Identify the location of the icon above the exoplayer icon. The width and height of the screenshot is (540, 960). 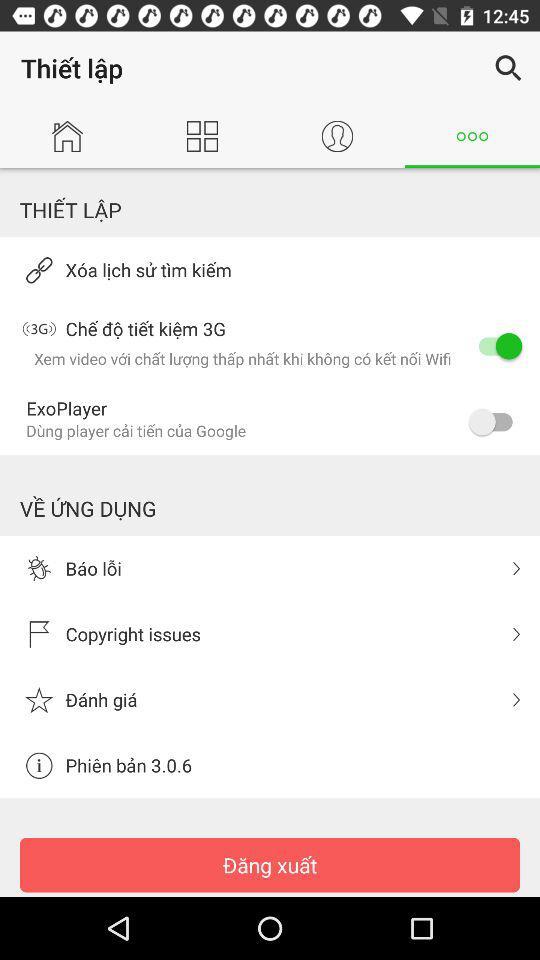
(494, 346).